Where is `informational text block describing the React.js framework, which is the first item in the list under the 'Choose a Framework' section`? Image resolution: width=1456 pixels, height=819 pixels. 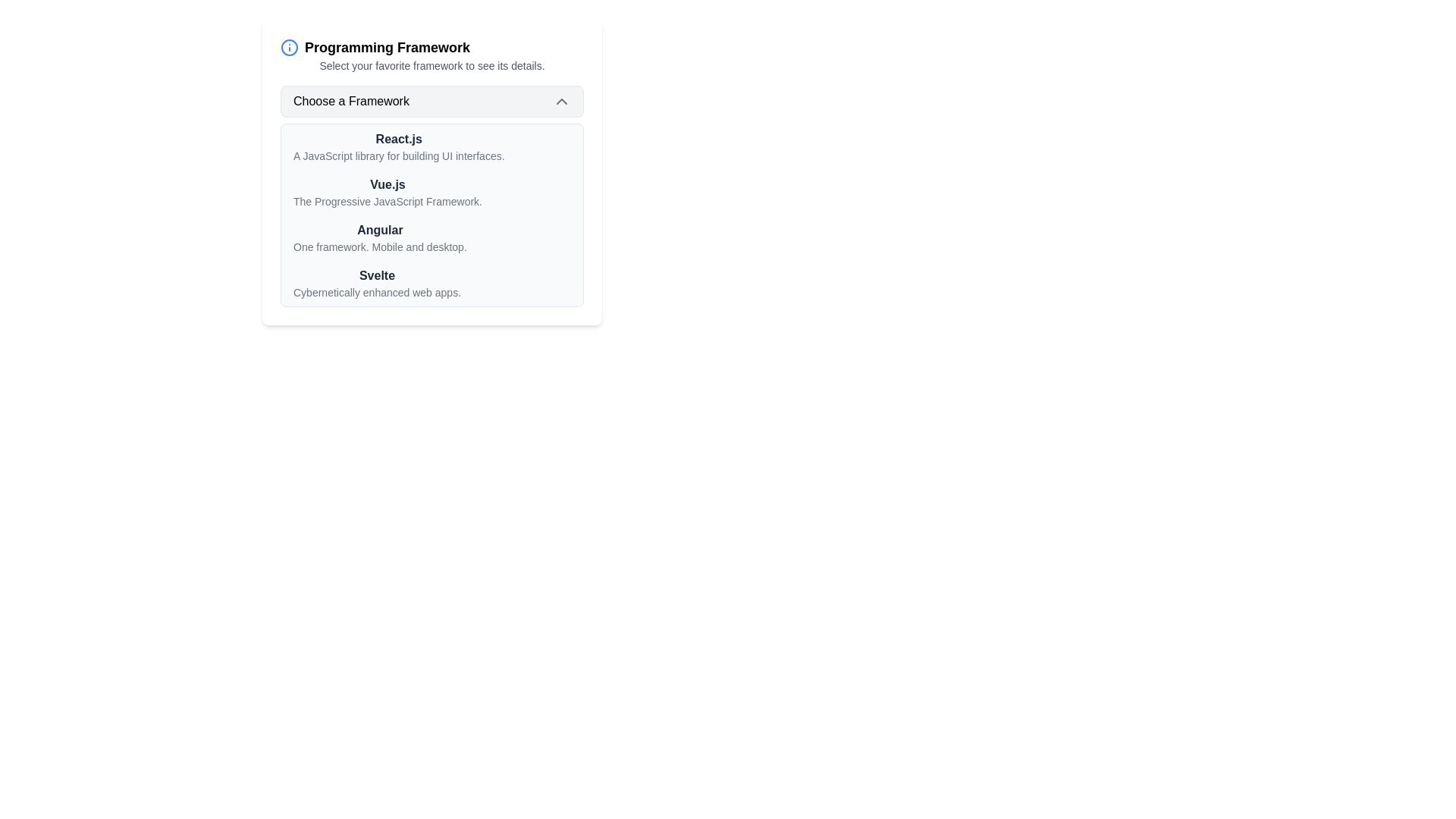
informational text block describing the React.js framework, which is the first item in the list under the 'Choose a Framework' section is located at coordinates (399, 146).